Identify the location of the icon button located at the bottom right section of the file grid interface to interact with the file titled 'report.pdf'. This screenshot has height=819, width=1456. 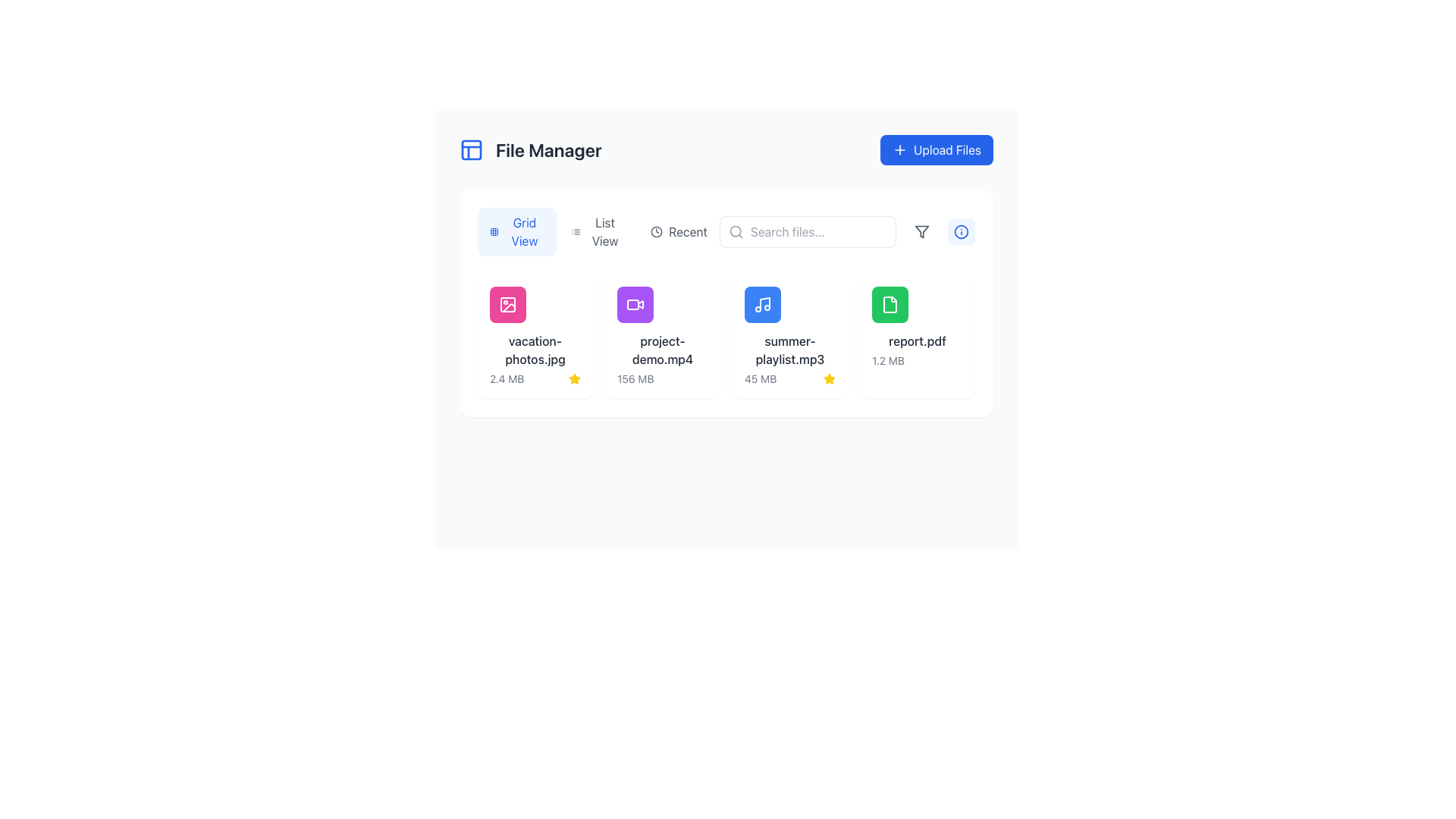
(890, 304).